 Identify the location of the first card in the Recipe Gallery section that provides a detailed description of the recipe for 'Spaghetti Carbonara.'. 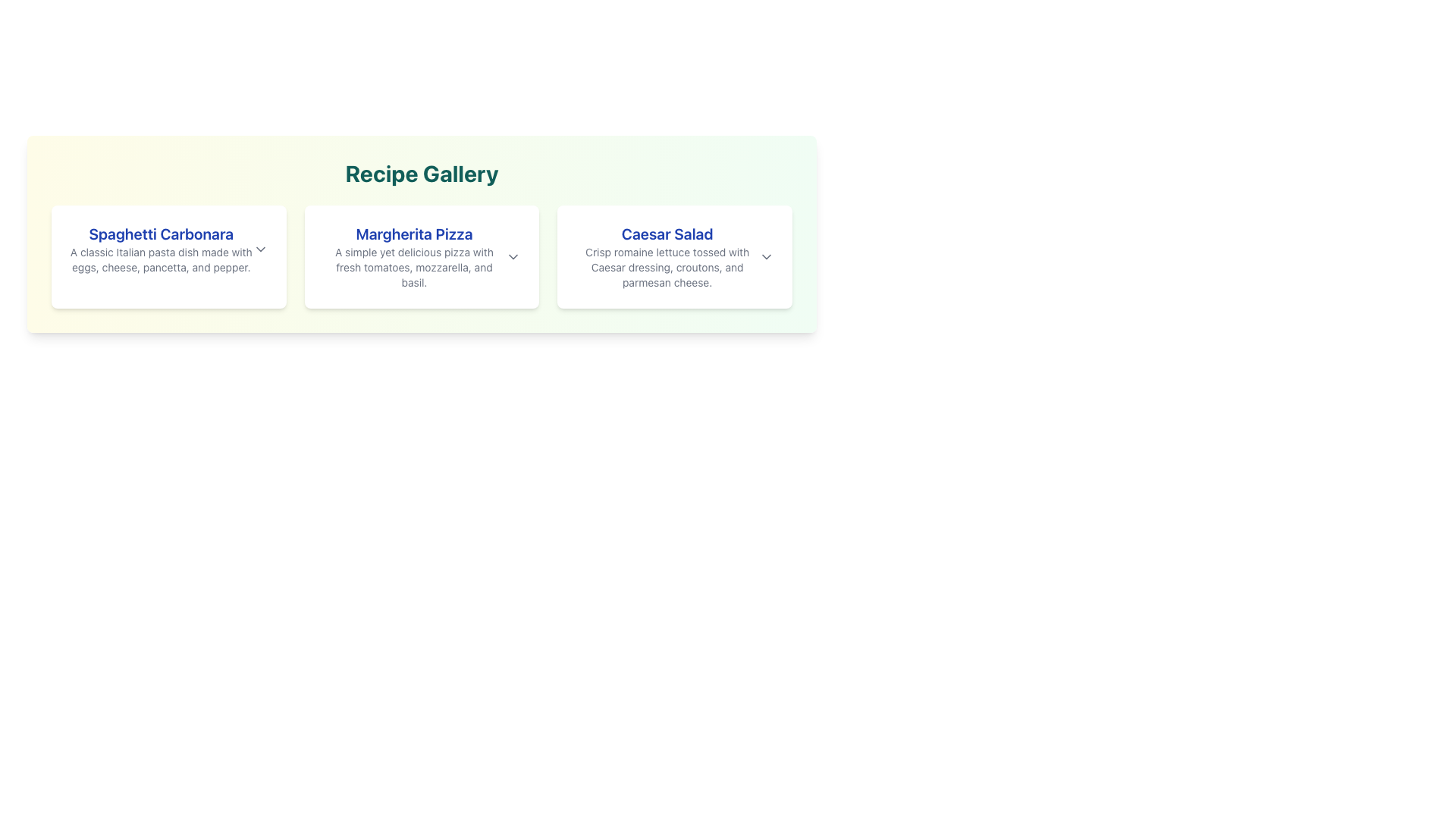
(161, 248).